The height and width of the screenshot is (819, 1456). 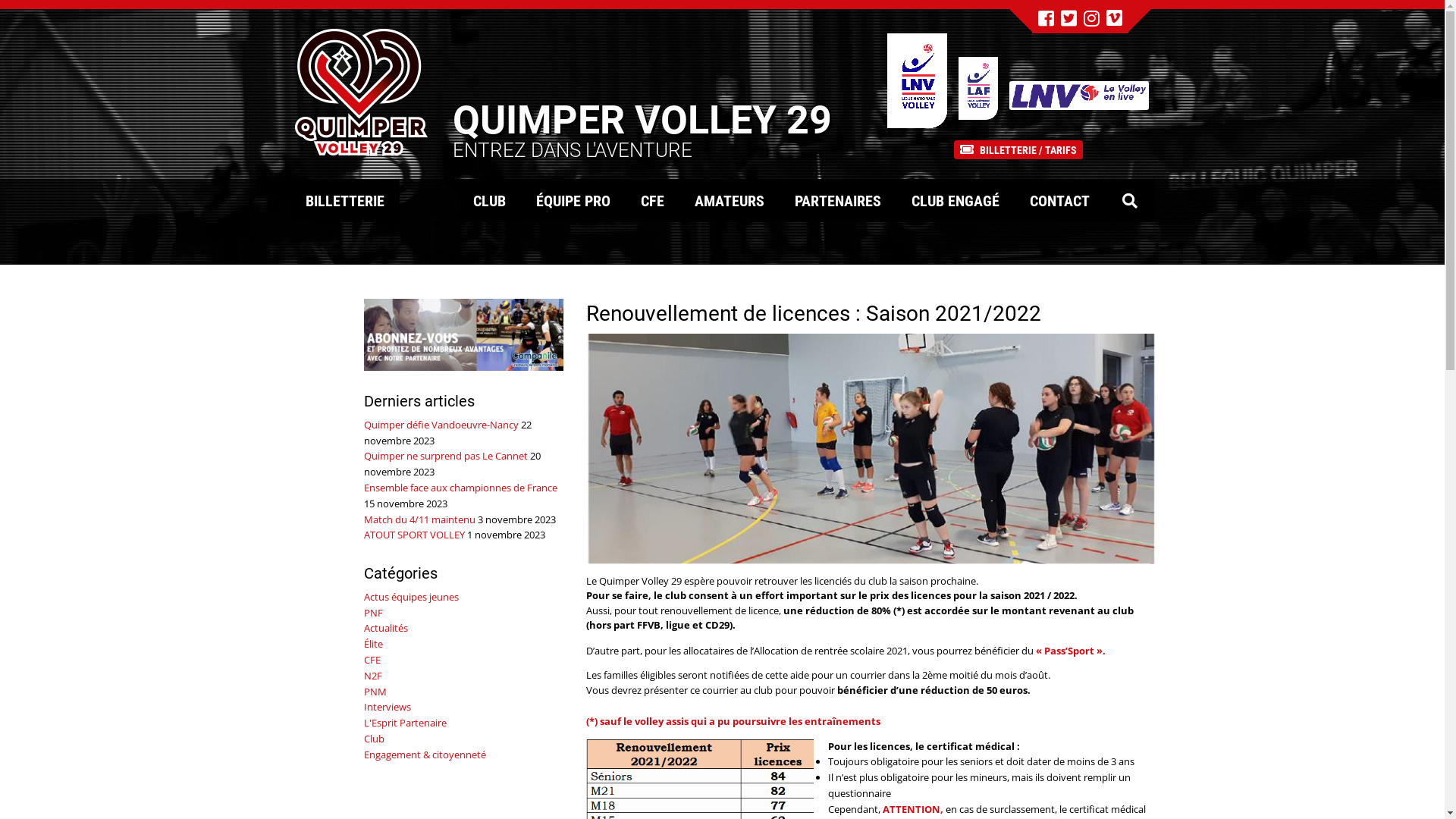 I want to click on 'L'Esprit Partenaire', so click(x=405, y=721).